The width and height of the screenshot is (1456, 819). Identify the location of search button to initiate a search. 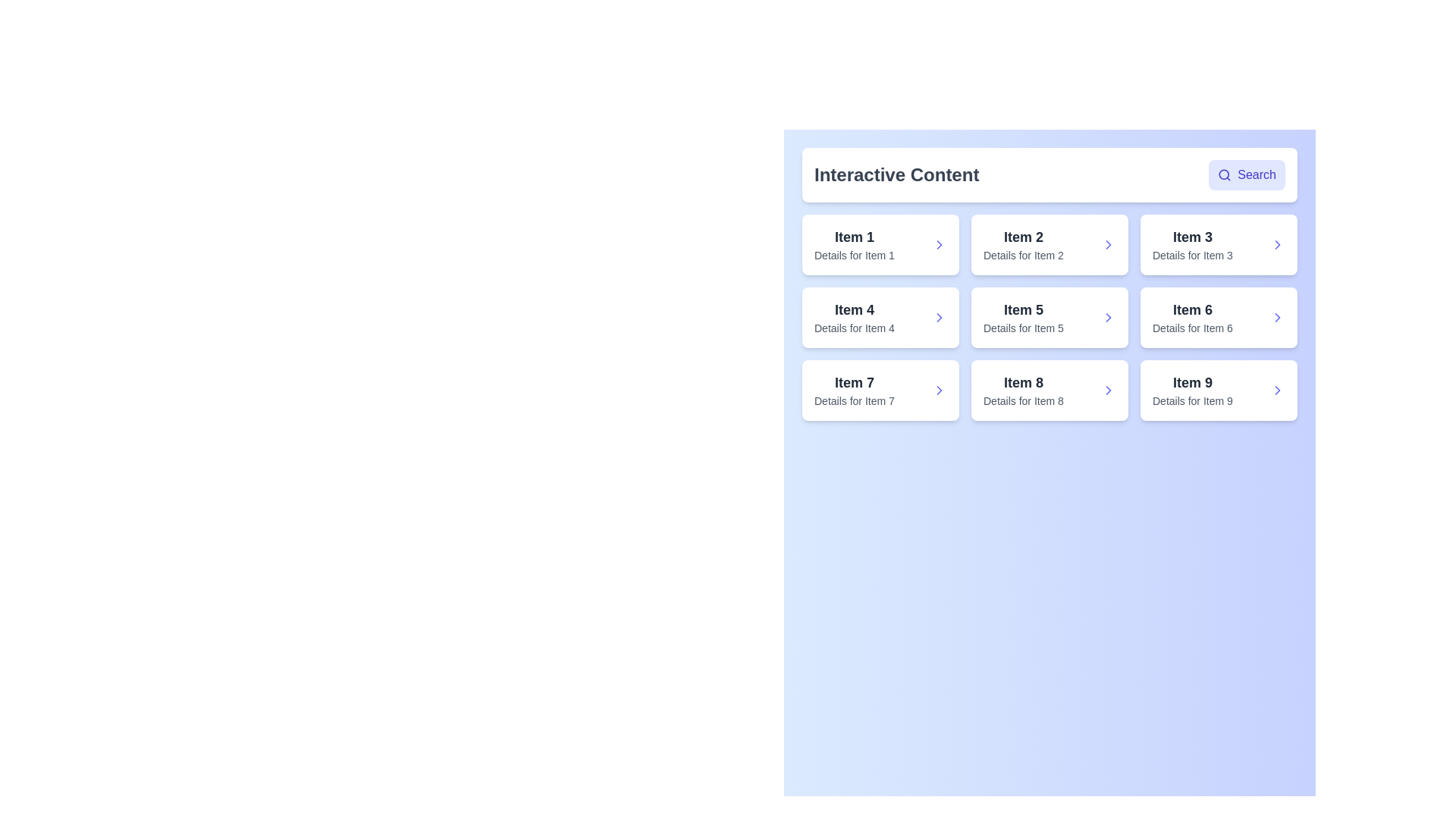
(1246, 174).